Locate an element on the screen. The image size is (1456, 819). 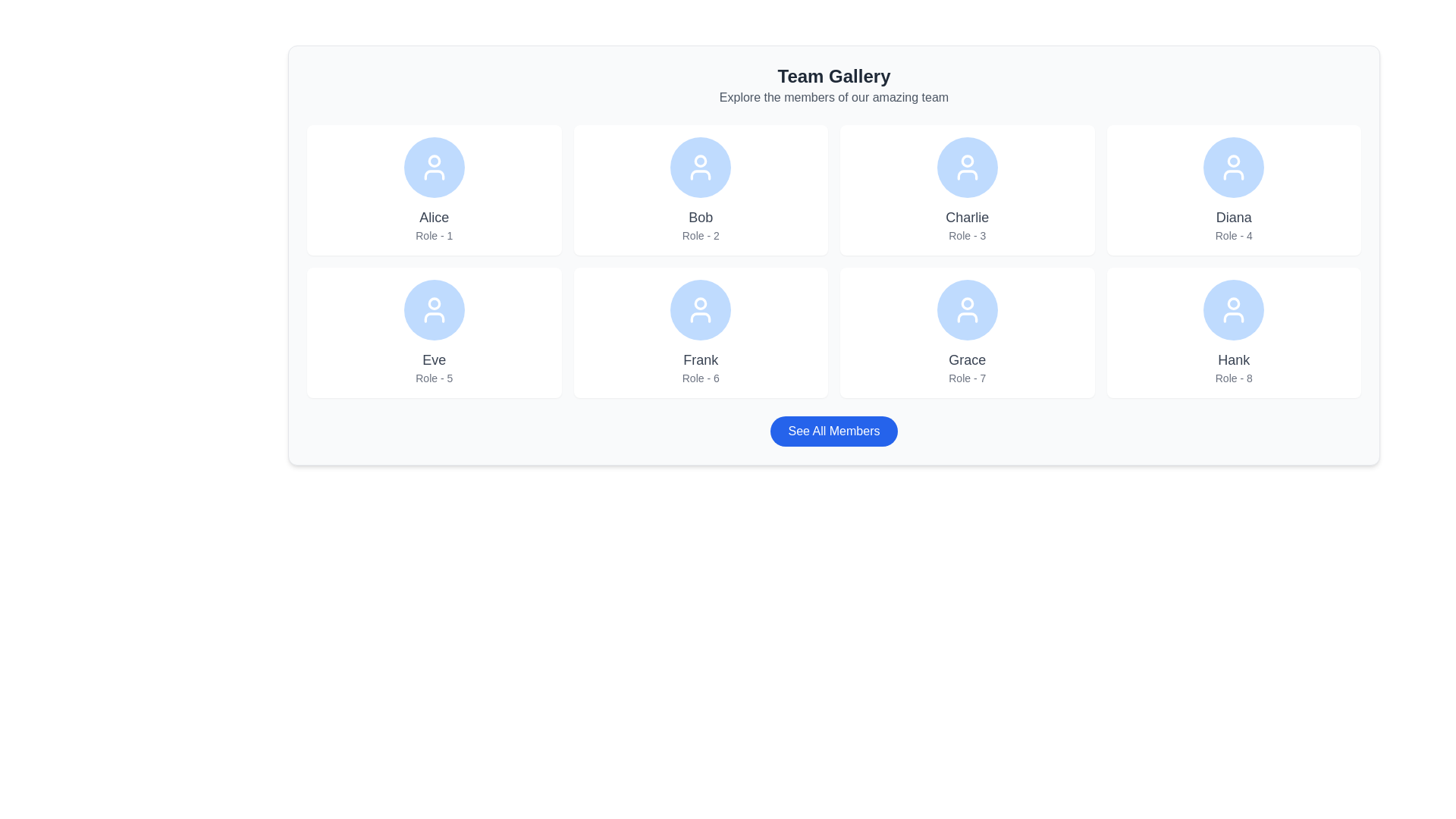
the small circular element located at the top center of the user icon representing 'Bob' in the gallery of individuals is located at coordinates (700, 161).